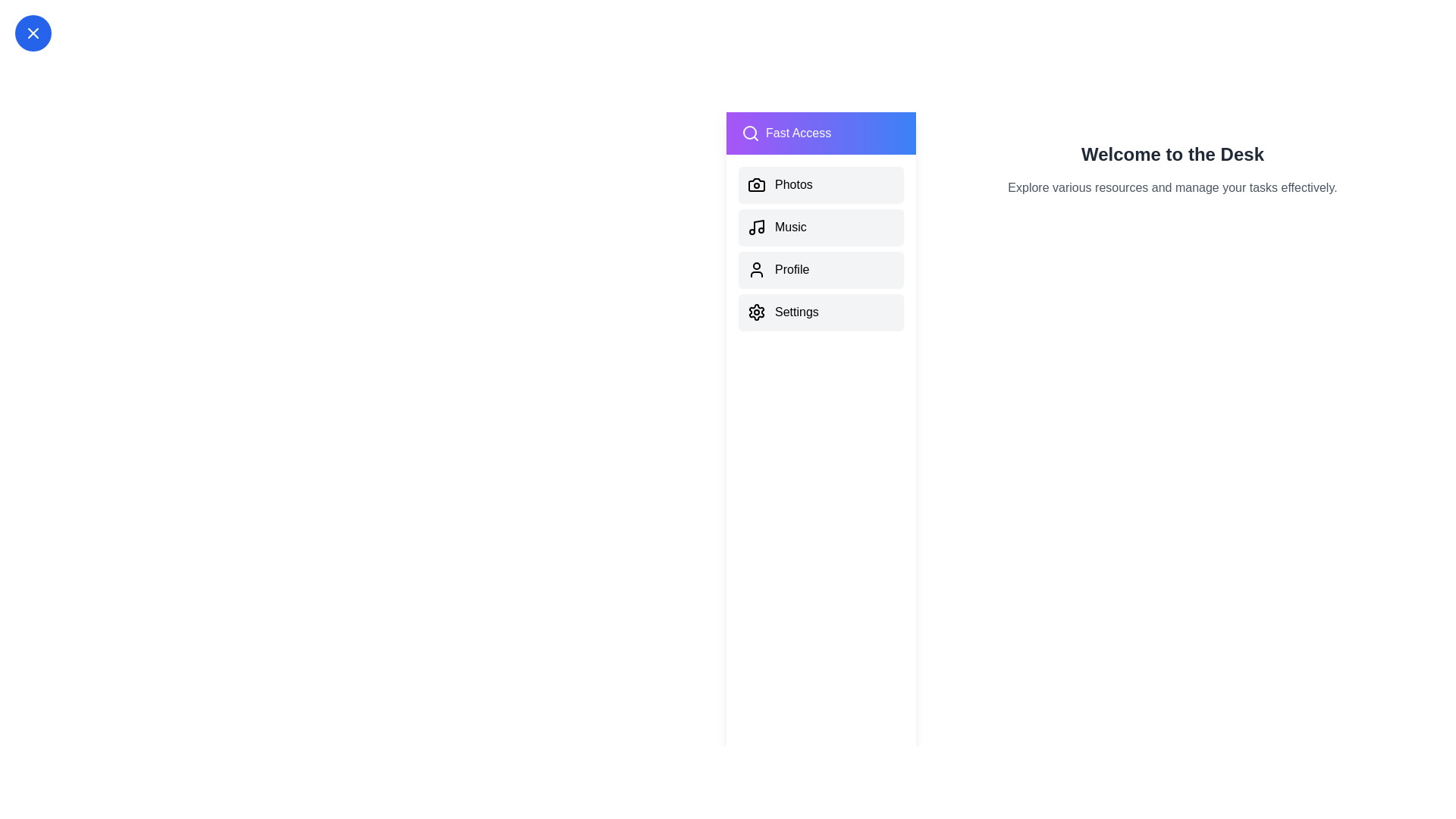 The image size is (1456, 819). I want to click on the search icon in the drawer header, so click(750, 133).